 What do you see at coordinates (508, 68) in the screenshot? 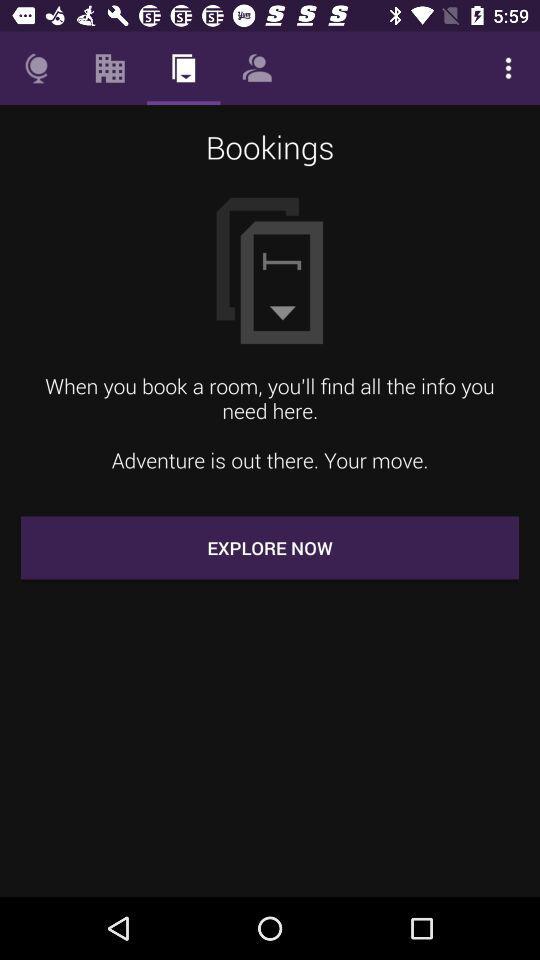
I see `item above the bookings icon` at bounding box center [508, 68].